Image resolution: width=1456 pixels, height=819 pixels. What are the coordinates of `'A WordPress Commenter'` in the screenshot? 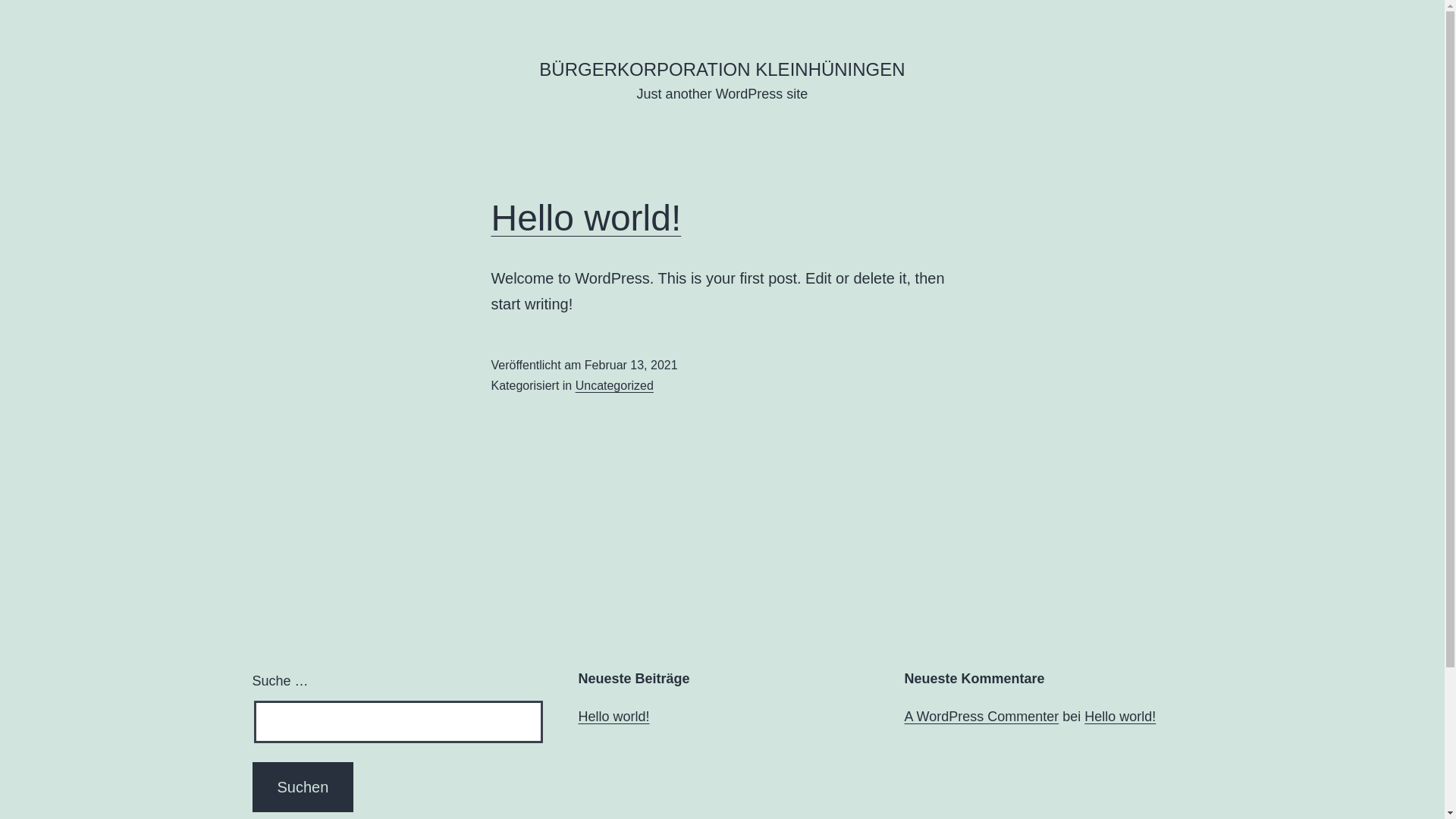 It's located at (981, 717).